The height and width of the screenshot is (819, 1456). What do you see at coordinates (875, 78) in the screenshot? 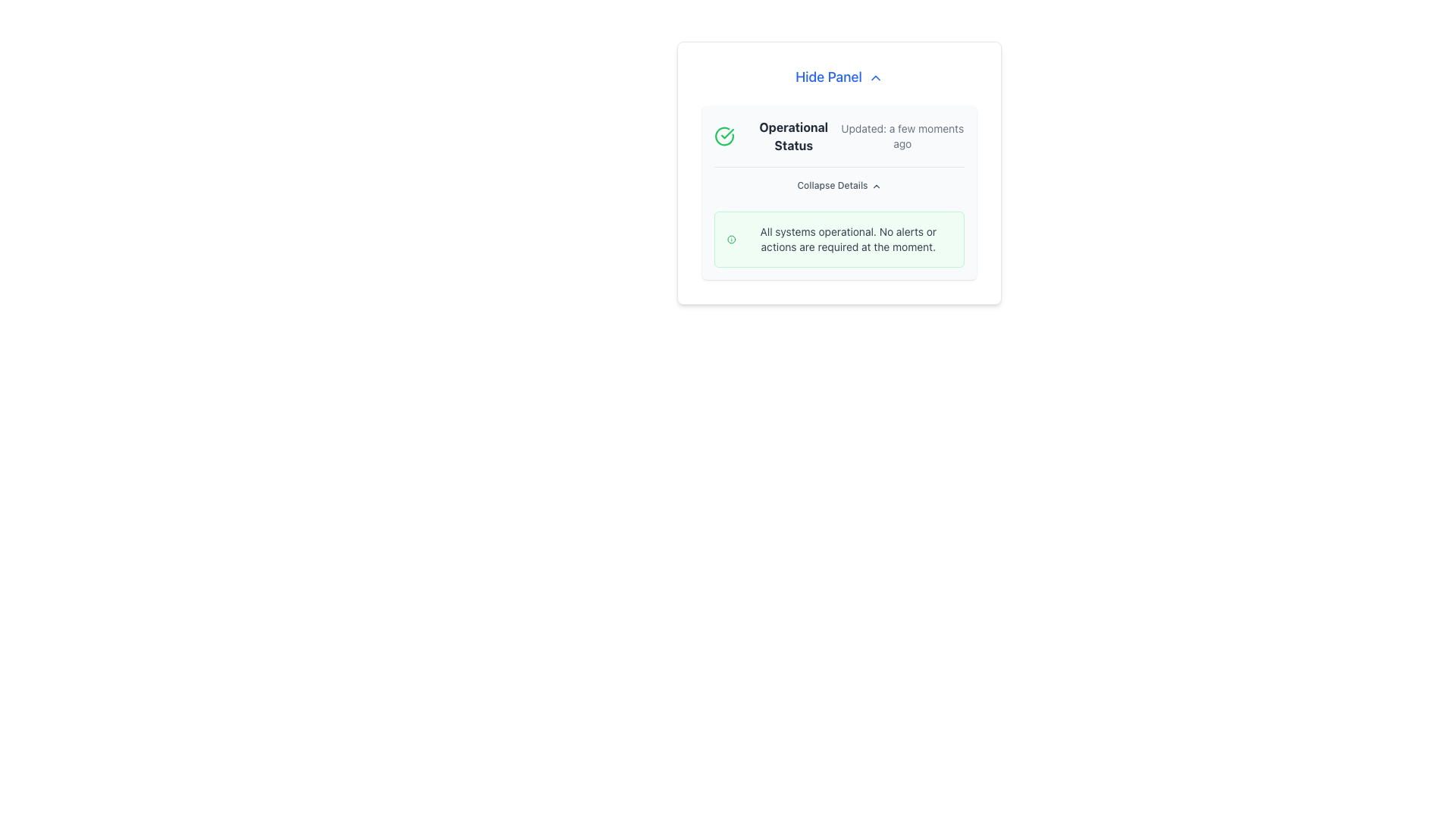
I see `the upward-pointing chevron icon next to the 'Hide Panel' text` at bounding box center [875, 78].